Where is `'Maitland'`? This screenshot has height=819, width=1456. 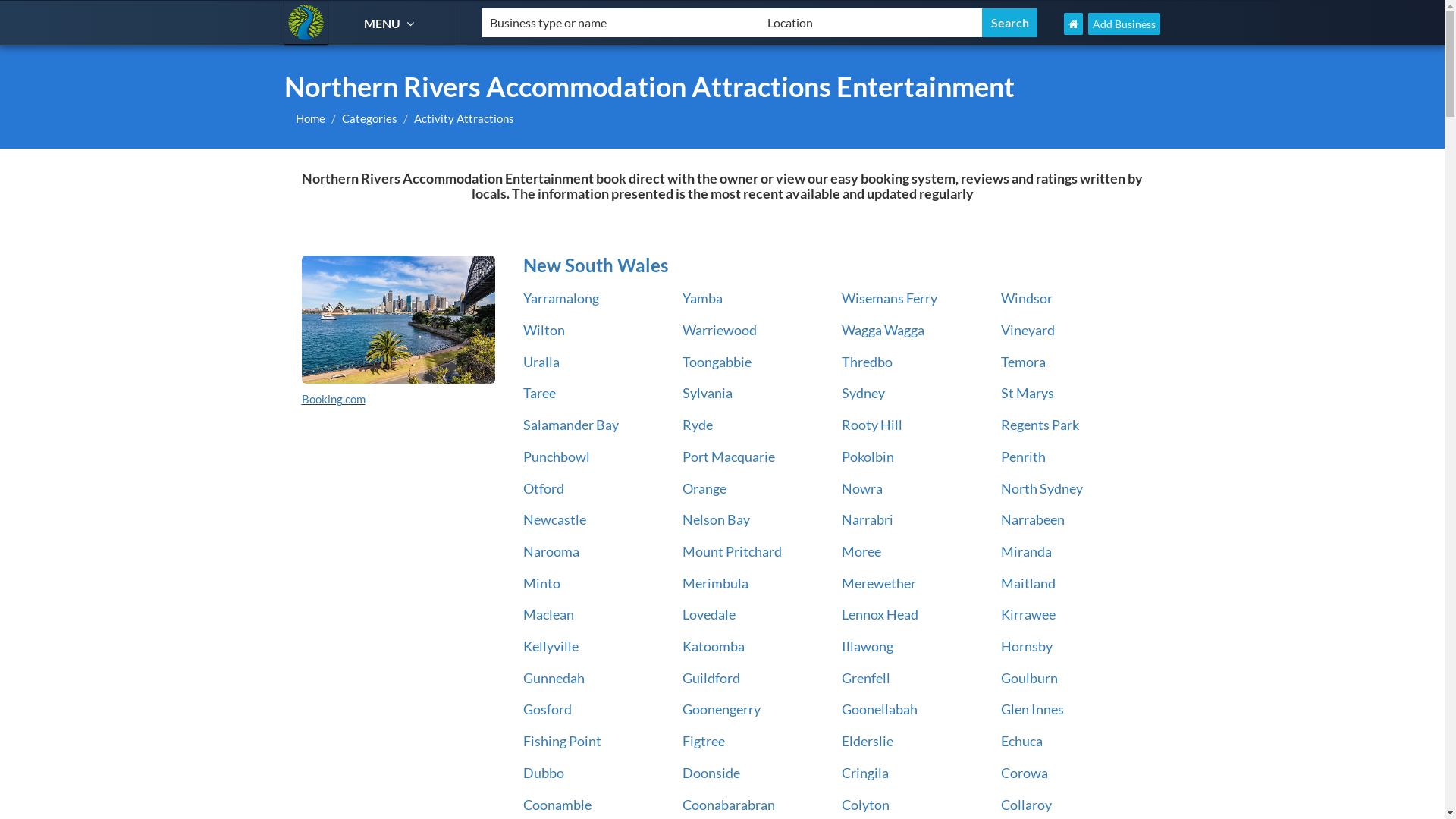
'Maitland' is located at coordinates (1028, 582).